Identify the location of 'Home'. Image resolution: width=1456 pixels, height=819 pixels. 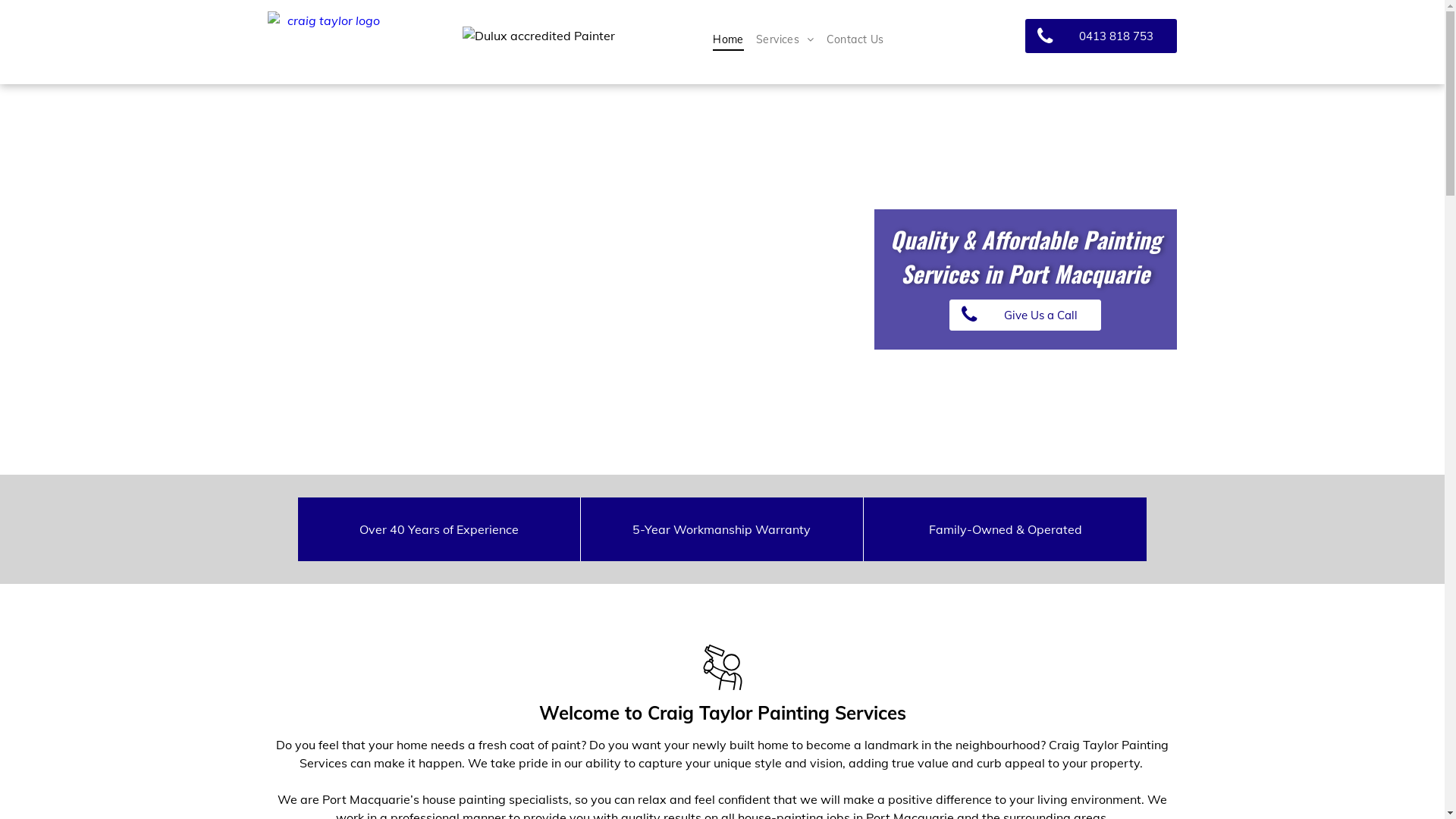
(705, 39).